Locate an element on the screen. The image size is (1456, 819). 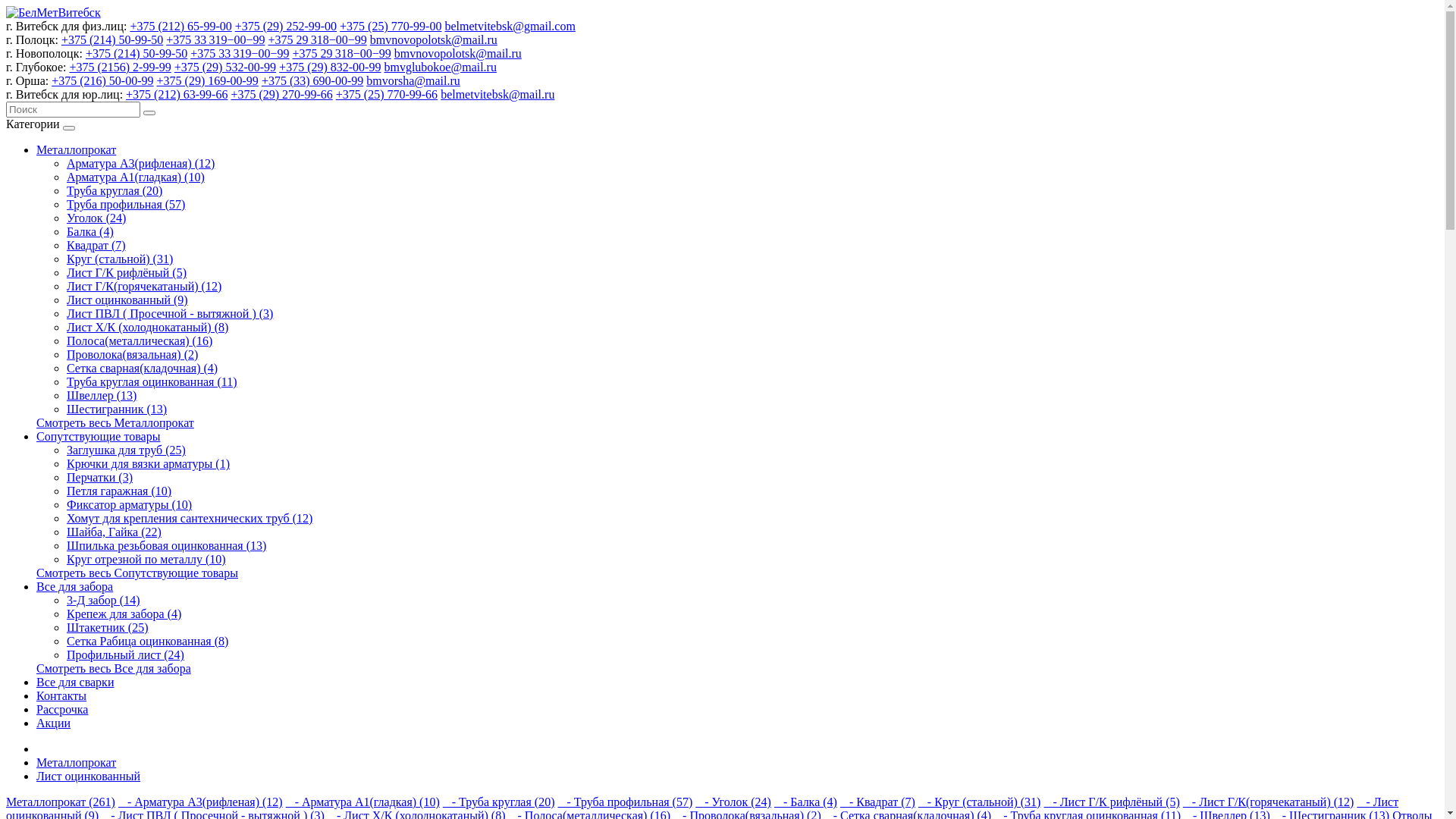
'+375 (29) 270-99-66' is located at coordinates (229, 94).